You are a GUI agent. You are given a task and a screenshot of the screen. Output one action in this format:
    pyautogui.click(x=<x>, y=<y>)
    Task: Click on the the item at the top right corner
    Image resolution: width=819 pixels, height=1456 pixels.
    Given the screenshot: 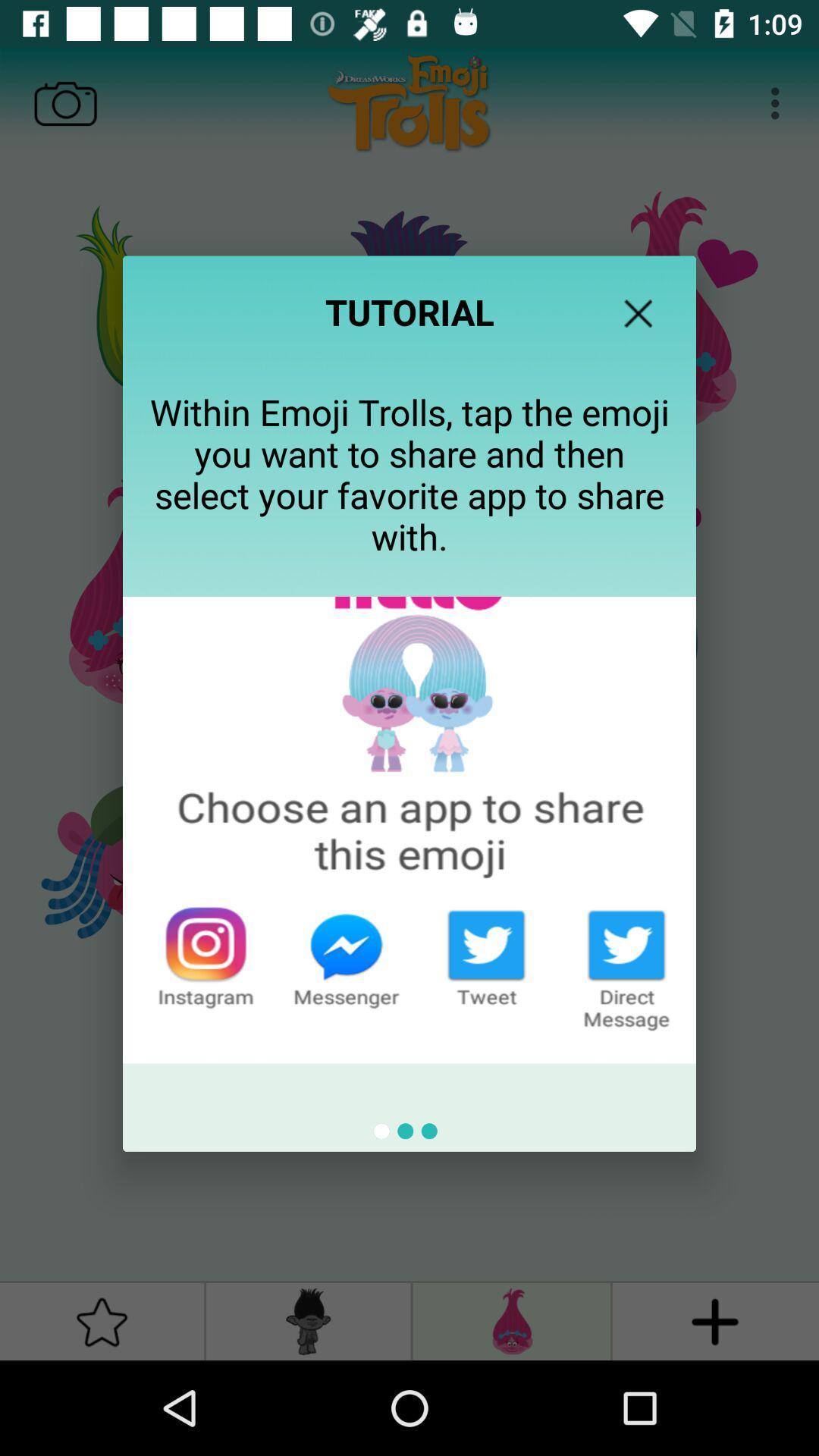 What is the action you would take?
    pyautogui.click(x=638, y=312)
    